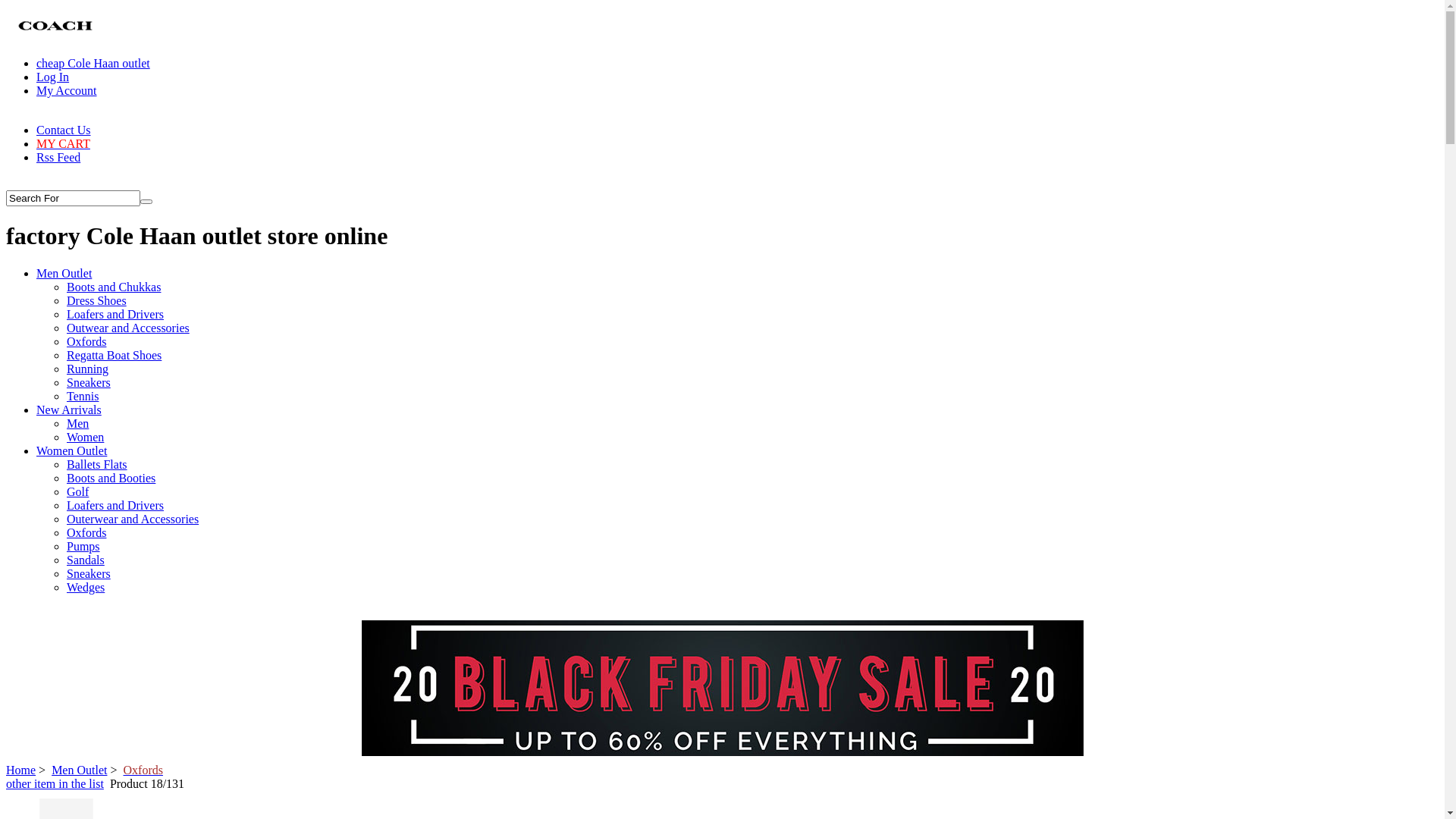 The image size is (1456, 819). Describe the element at coordinates (36, 450) in the screenshot. I see `'Women Outlet'` at that location.